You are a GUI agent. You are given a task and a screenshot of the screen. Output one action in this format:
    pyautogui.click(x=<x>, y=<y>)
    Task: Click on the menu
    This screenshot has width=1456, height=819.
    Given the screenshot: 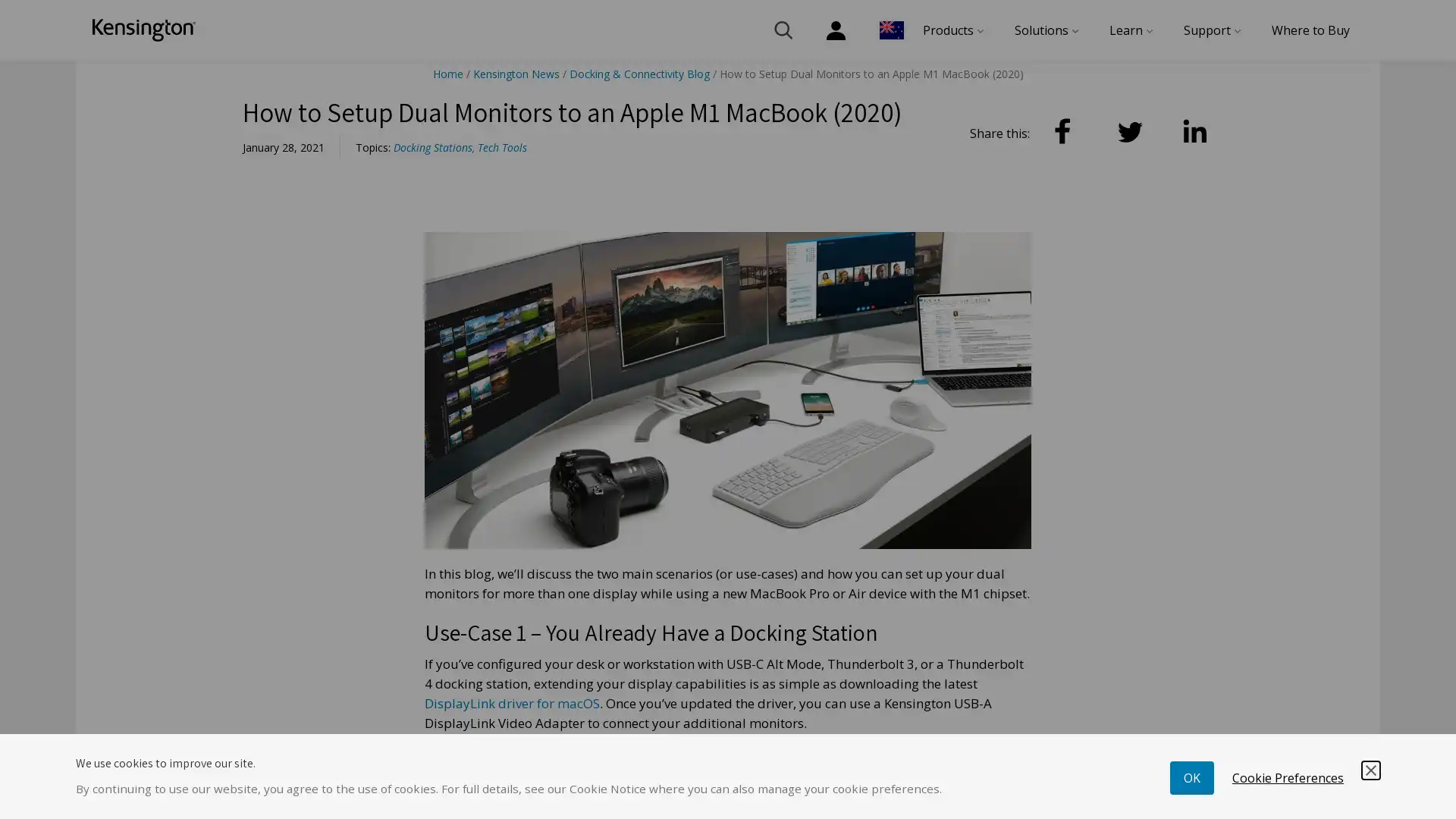 What is the action you would take?
    pyautogui.click(x=1150, y=30)
    